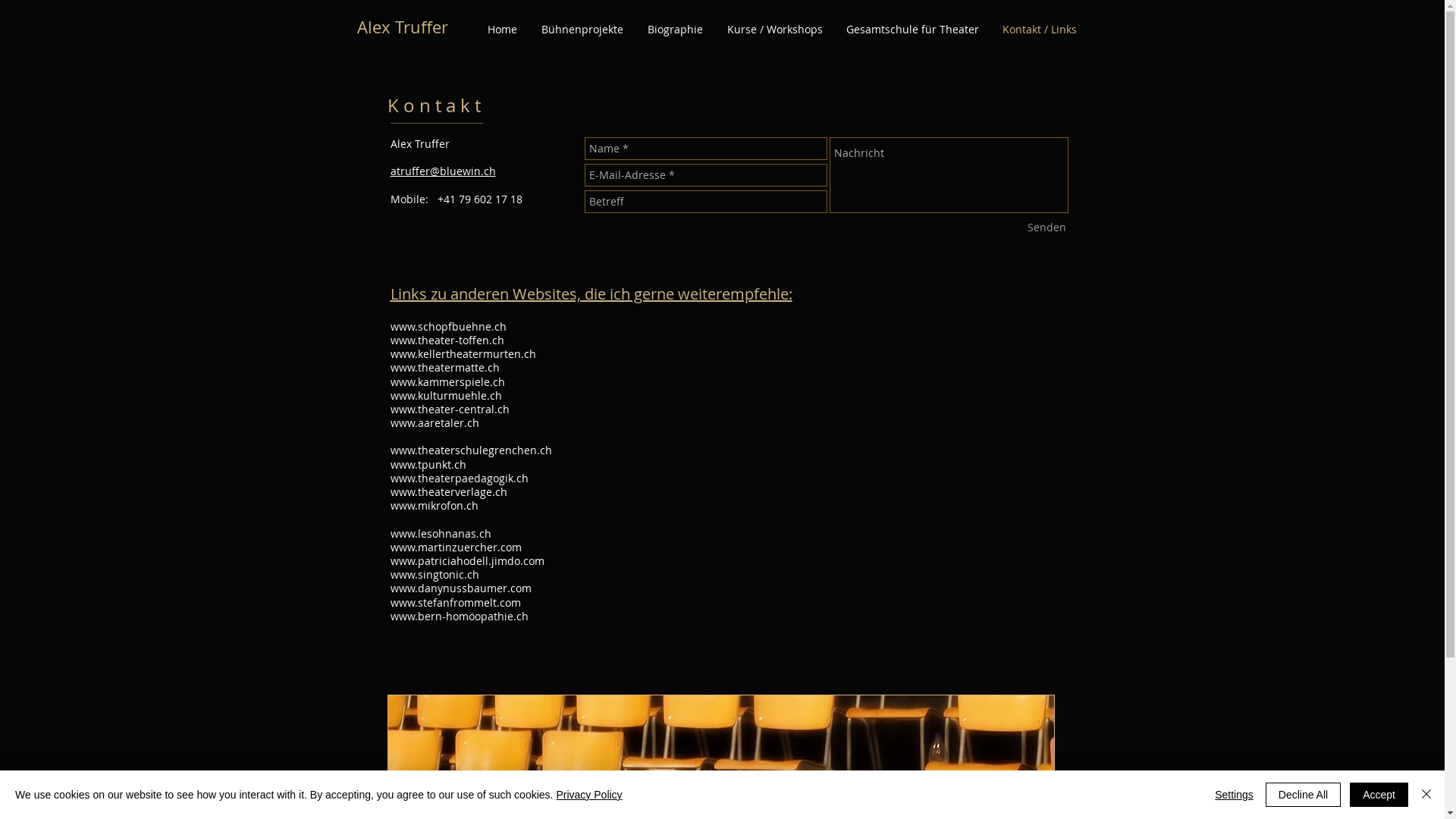  What do you see at coordinates (459, 587) in the screenshot?
I see `'www.danynussbaumer.com'` at bounding box center [459, 587].